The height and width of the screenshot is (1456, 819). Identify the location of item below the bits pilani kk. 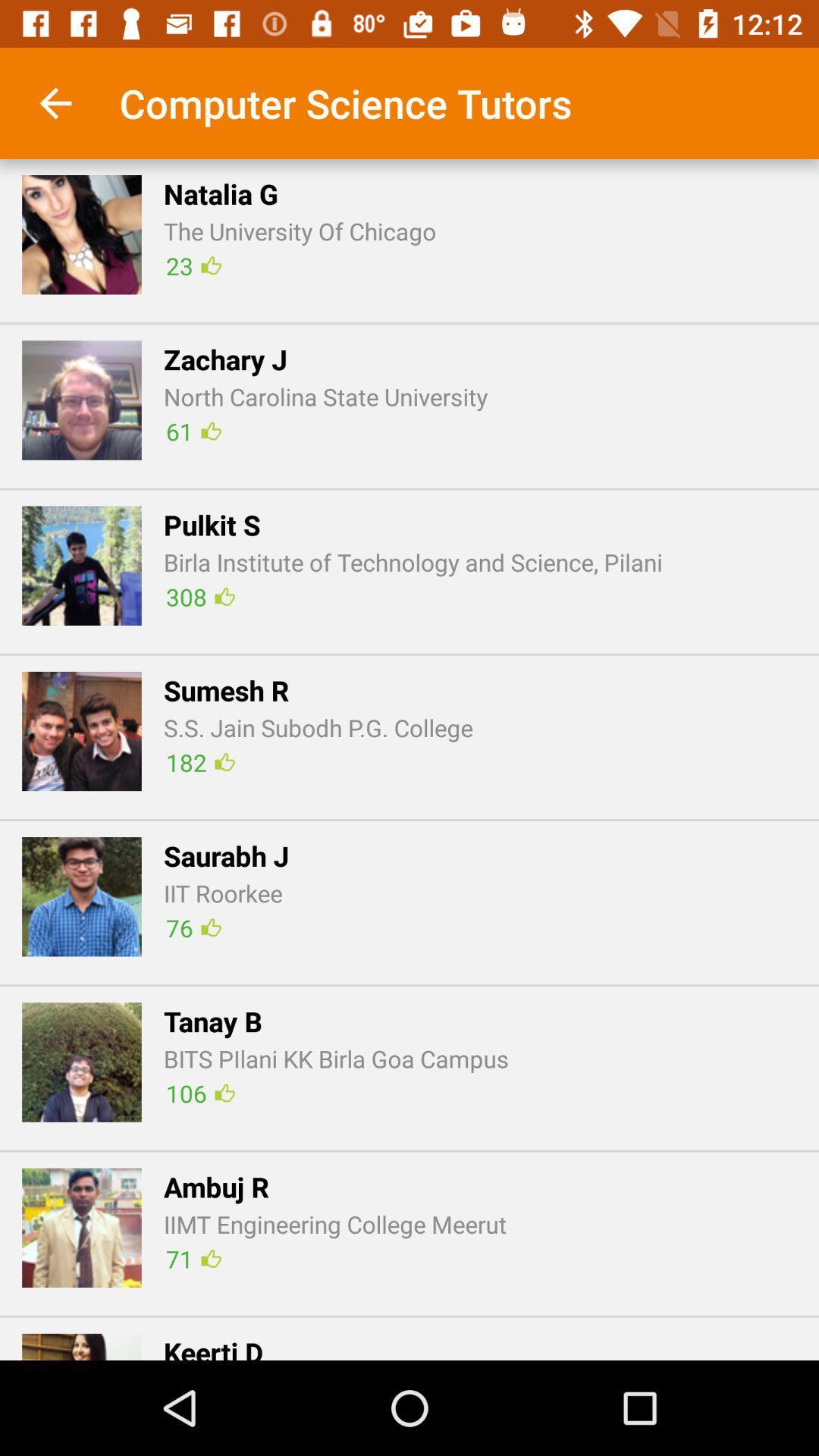
(199, 1093).